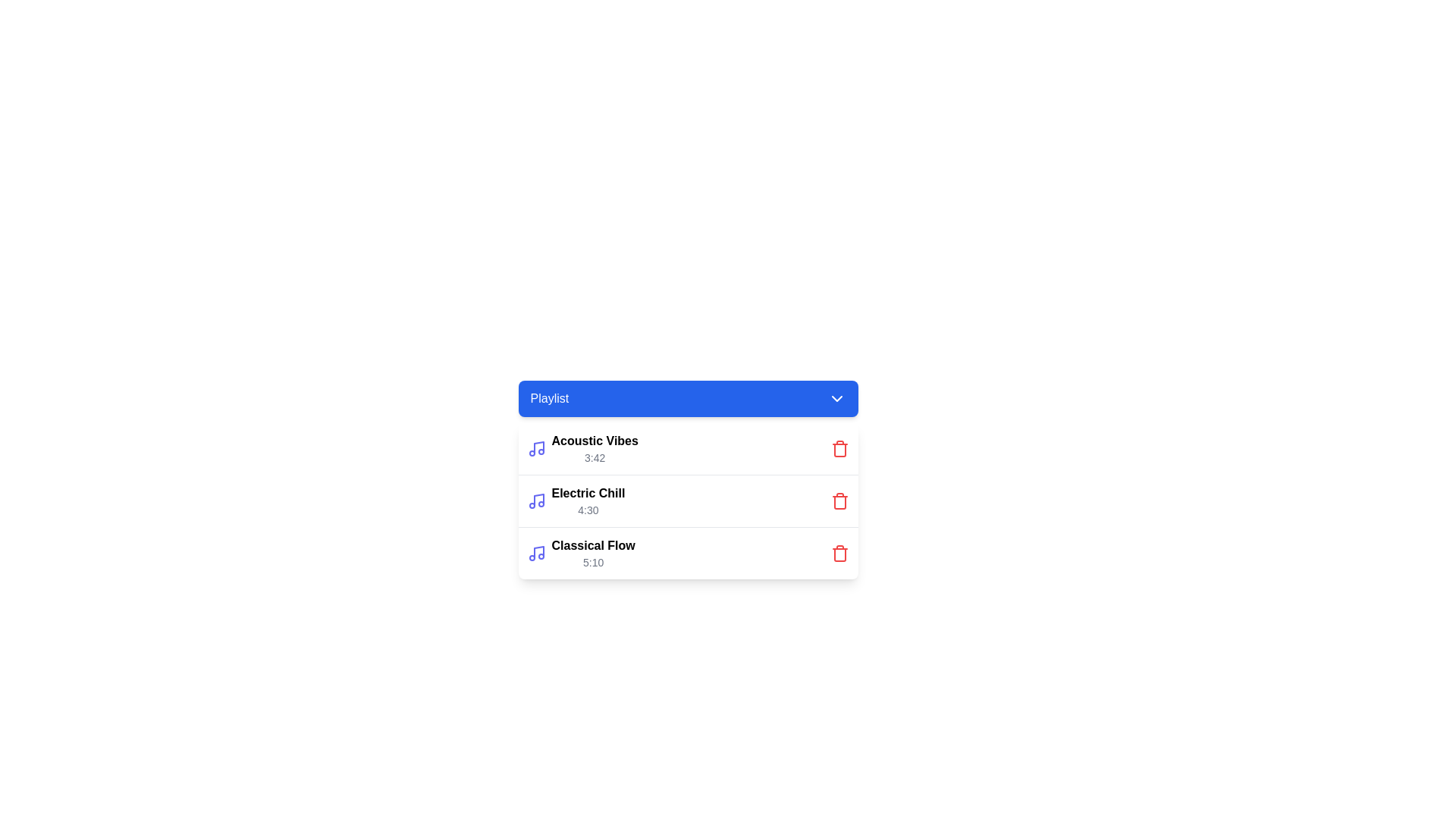 This screenshot has width=1456, height=819. I want to click on the third item in the 'Playlist' dropdown menu, so click(687, 553).